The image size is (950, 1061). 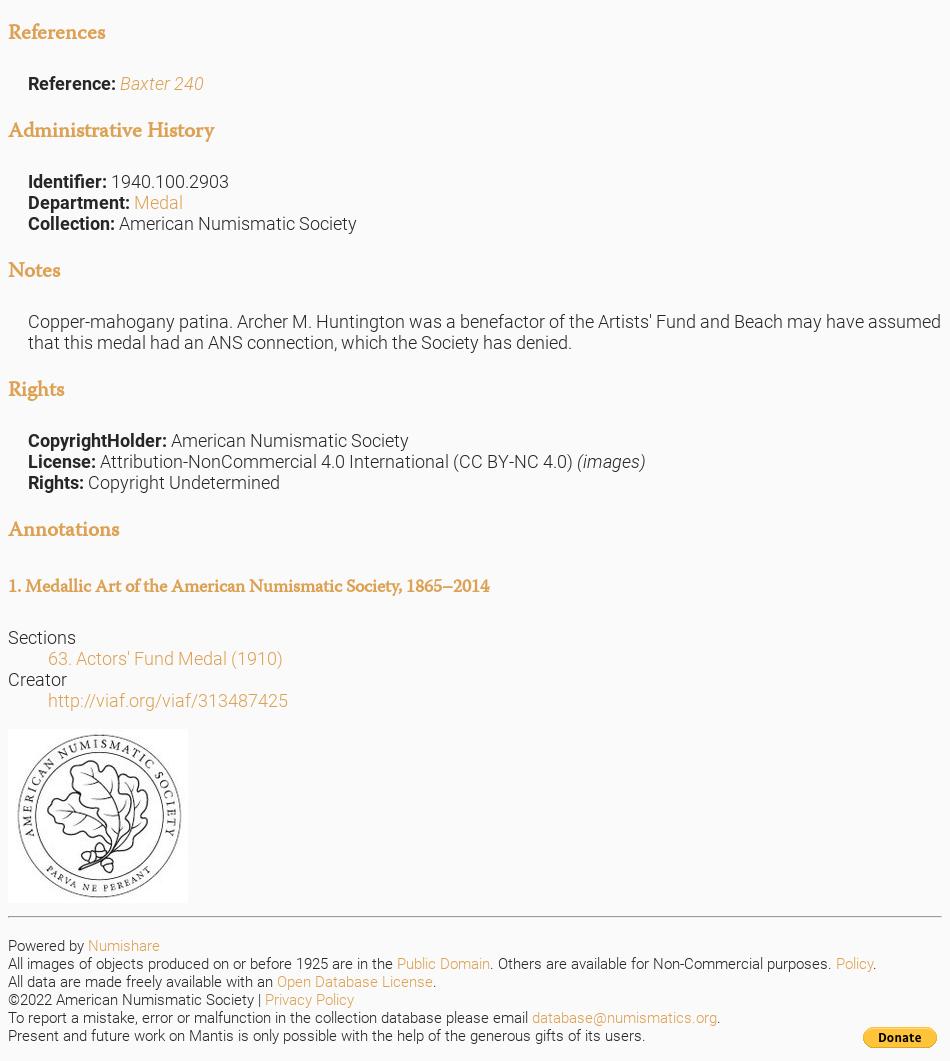 I want to click on 'Administrative History', so click(x=110, y=131).